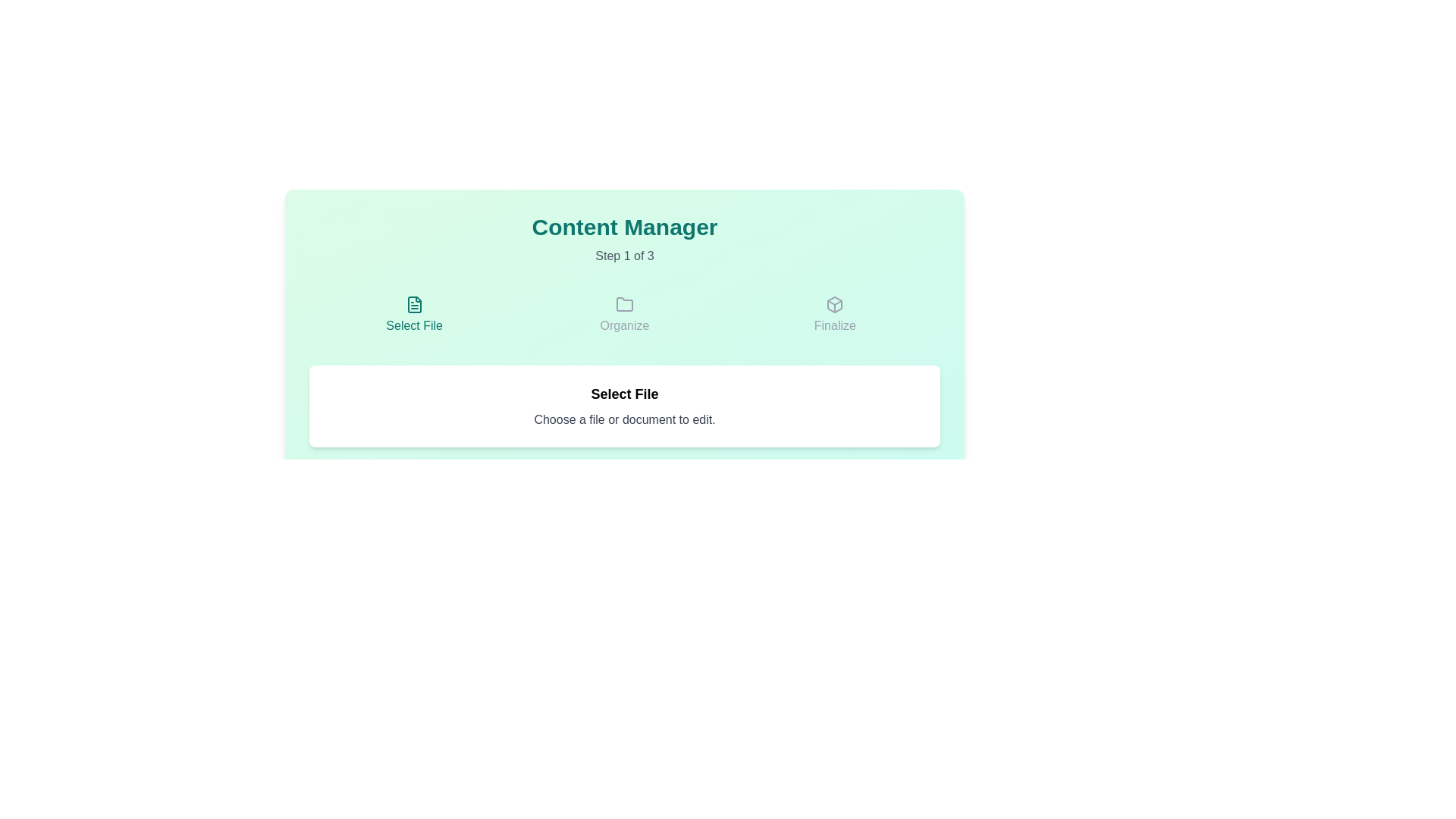 The height and width of the screenshot is (819, 1456). I want to click on the text label displaying 'Organize', which is styled in gray and located directly beneath a folder icon, so click(625, 325).